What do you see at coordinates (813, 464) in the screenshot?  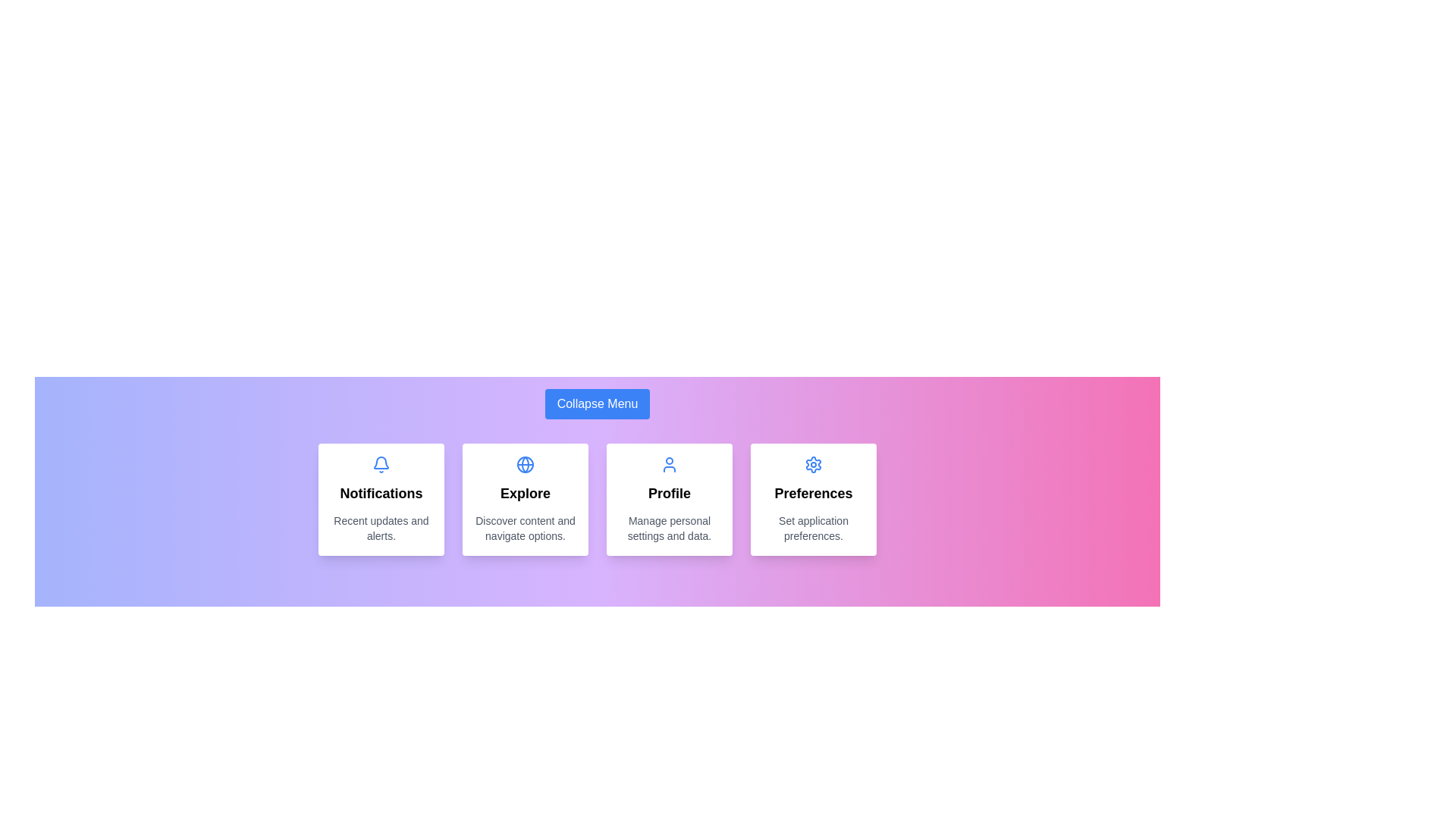 I see `the icon corresponding to the menu item Preferences` at bounding box center [813, 464].